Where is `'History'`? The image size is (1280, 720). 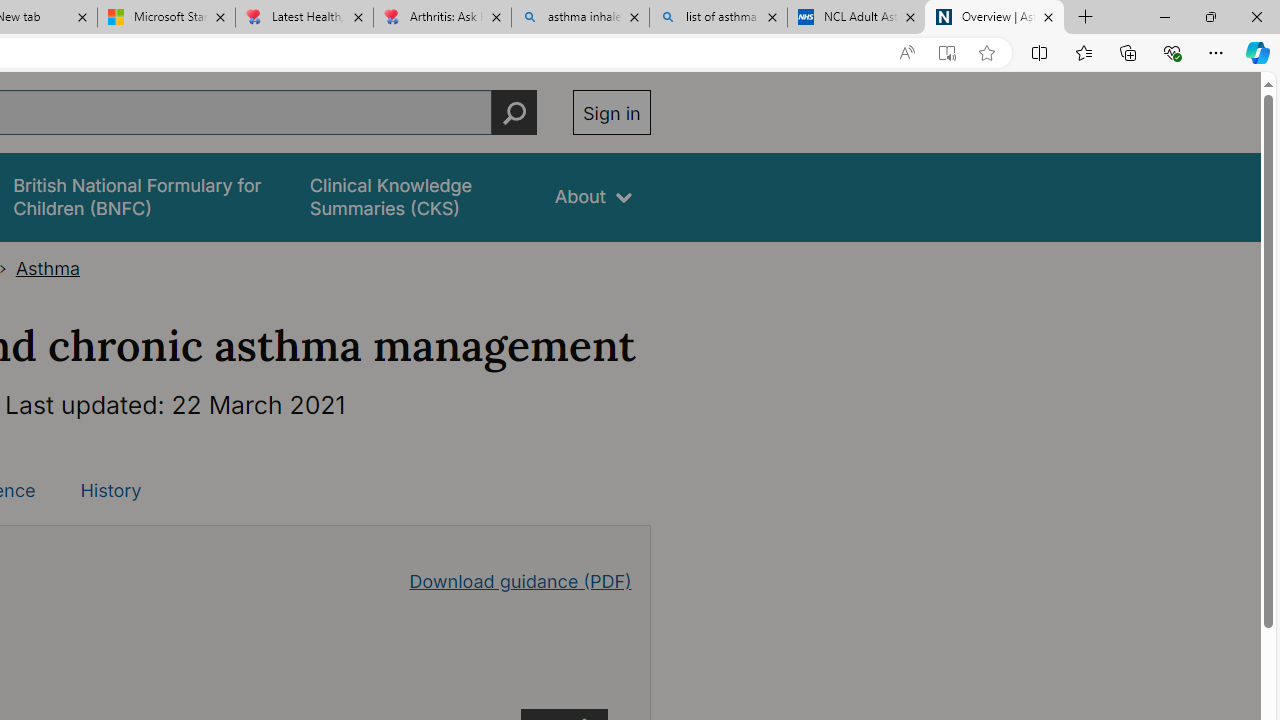
'History' is located at coordinates (109, 491).